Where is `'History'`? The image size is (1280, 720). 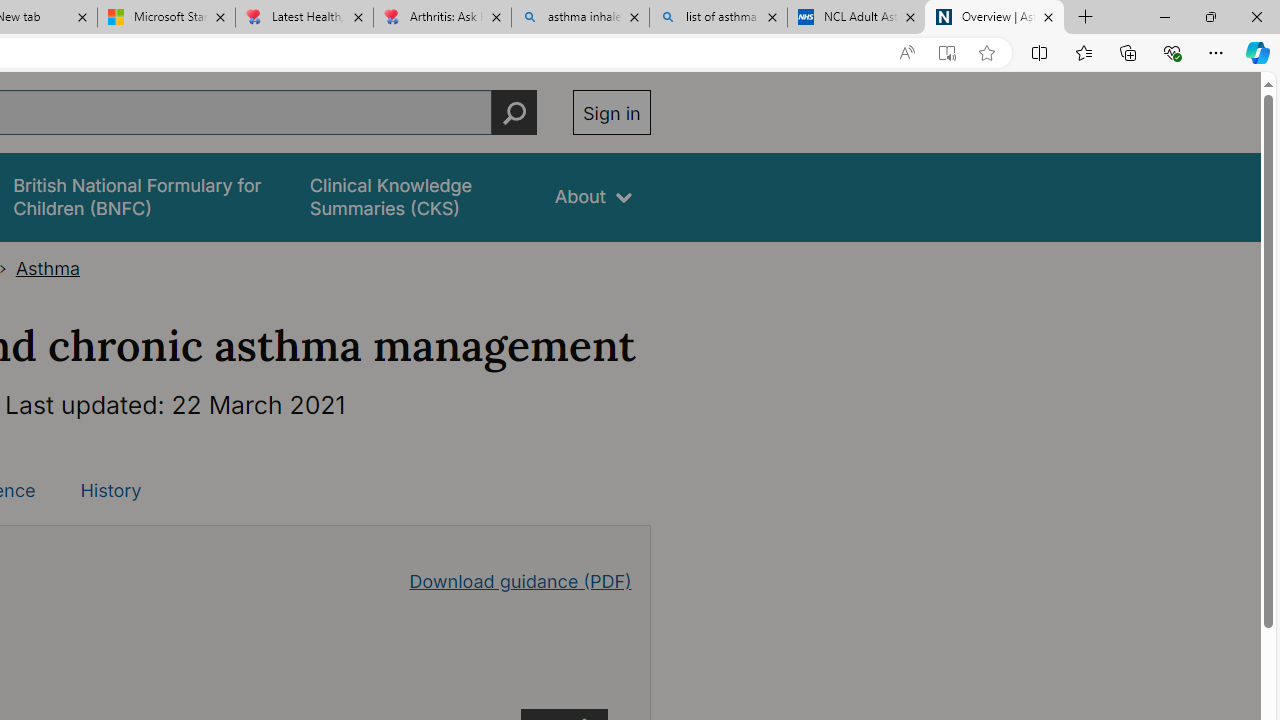
'History' is located at coordinates (109, 491).